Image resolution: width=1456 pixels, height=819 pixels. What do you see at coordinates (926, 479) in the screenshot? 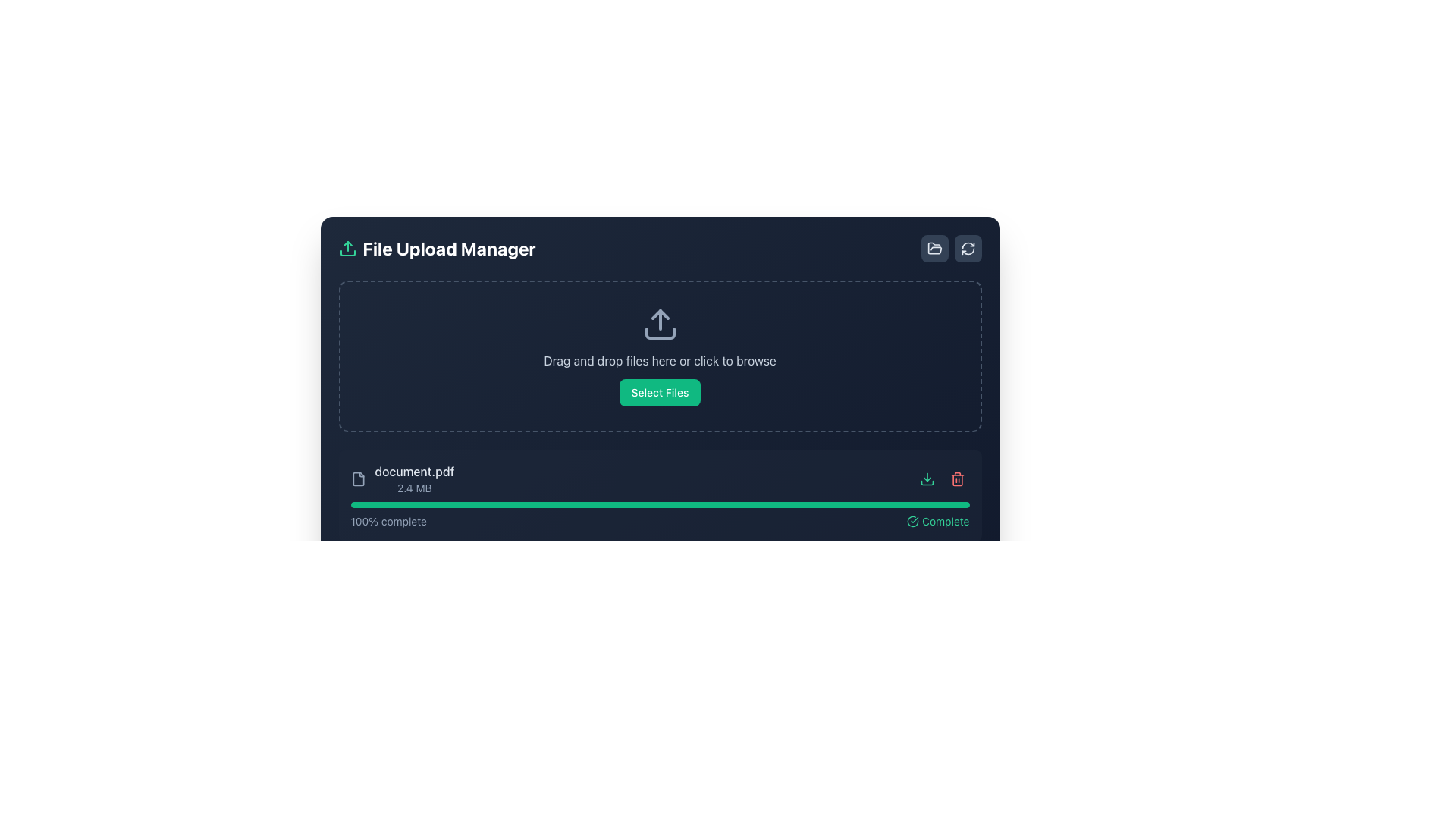
I see `the download icon, which is represented by a green downward arrow into a line, located at the bottom right corner of a file entry in the upload manager` at bounding box center [926, 479].